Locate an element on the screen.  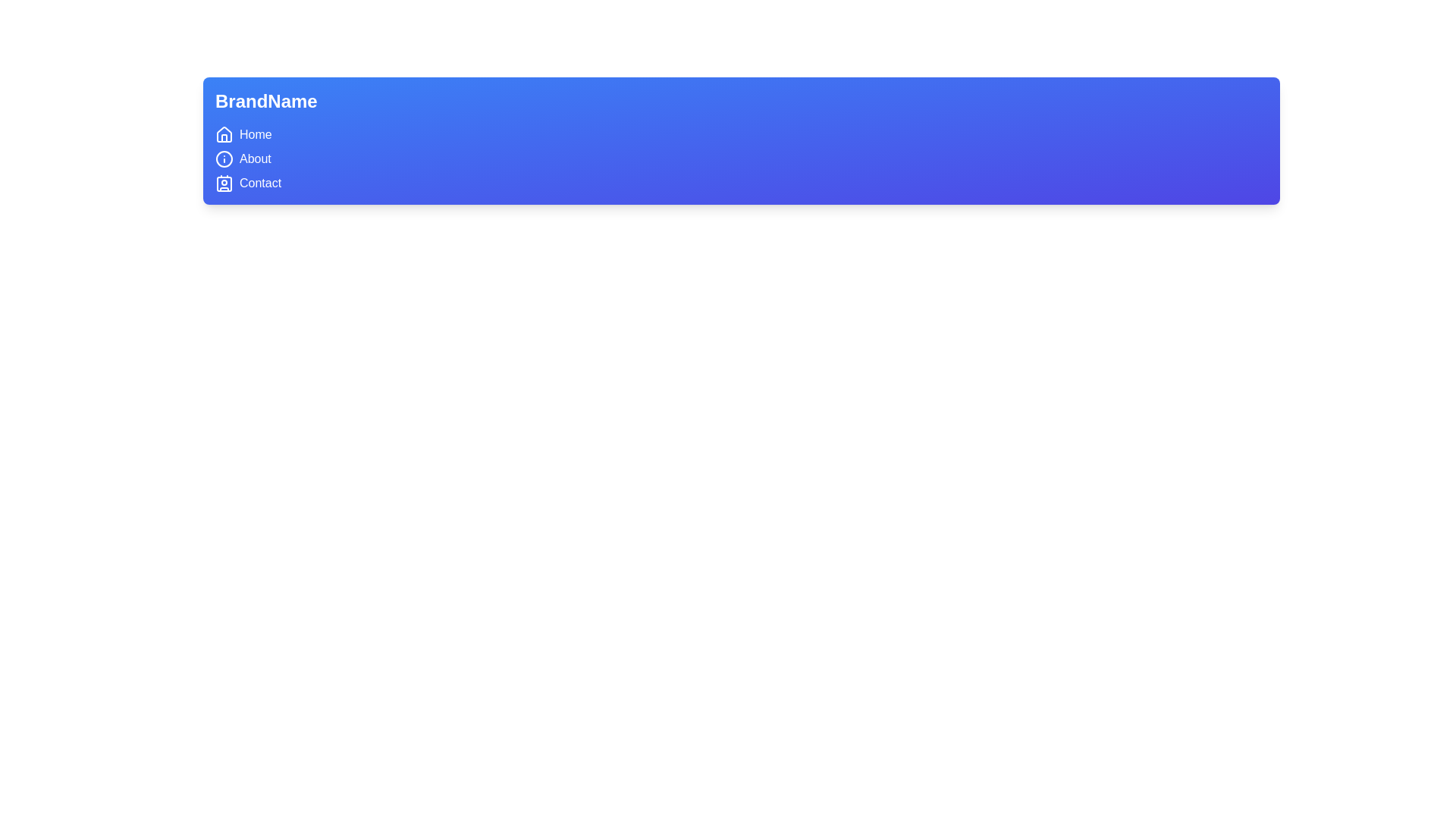
the blue house-shaped icon, which is the first icon in the vertical stack on the left side of the blue menu bar is located at coordinates (224, 133).